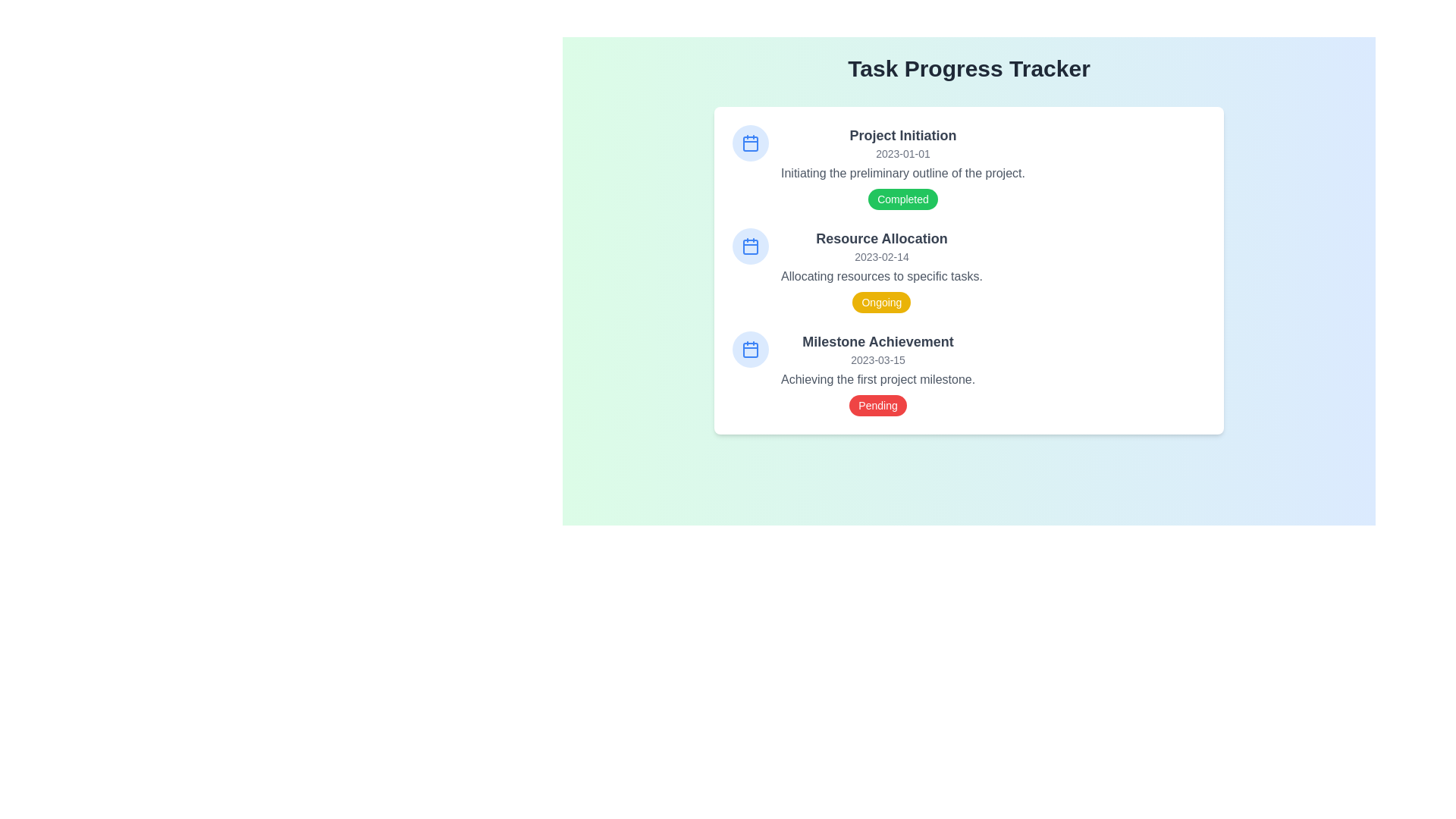  I want to click on the label indicating the start date of the 'Project Initiation' task, positioned directly below the title and above the description text, so click(902, 154).